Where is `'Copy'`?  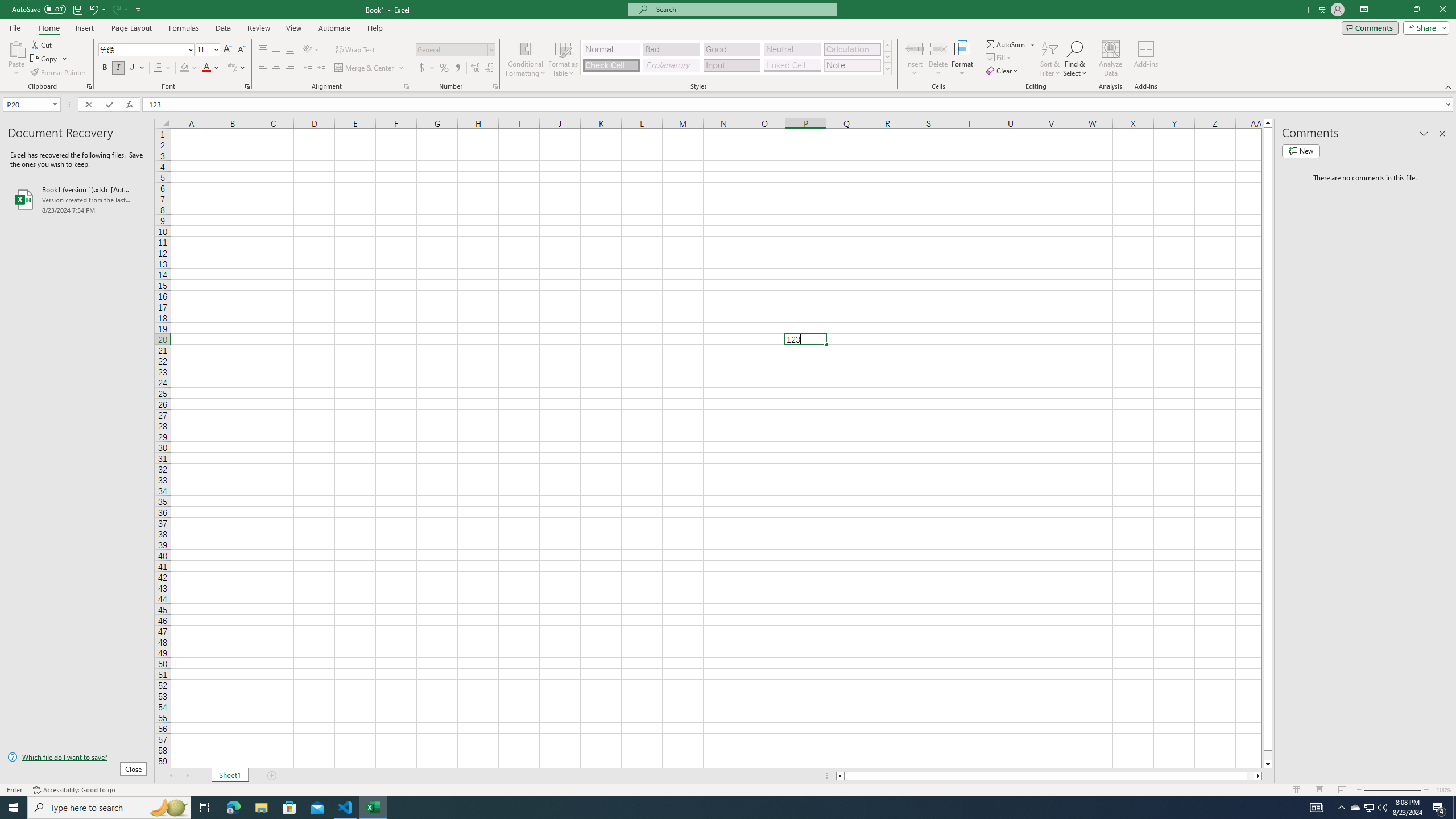 'Copy' is located at coordinates (49, 59).